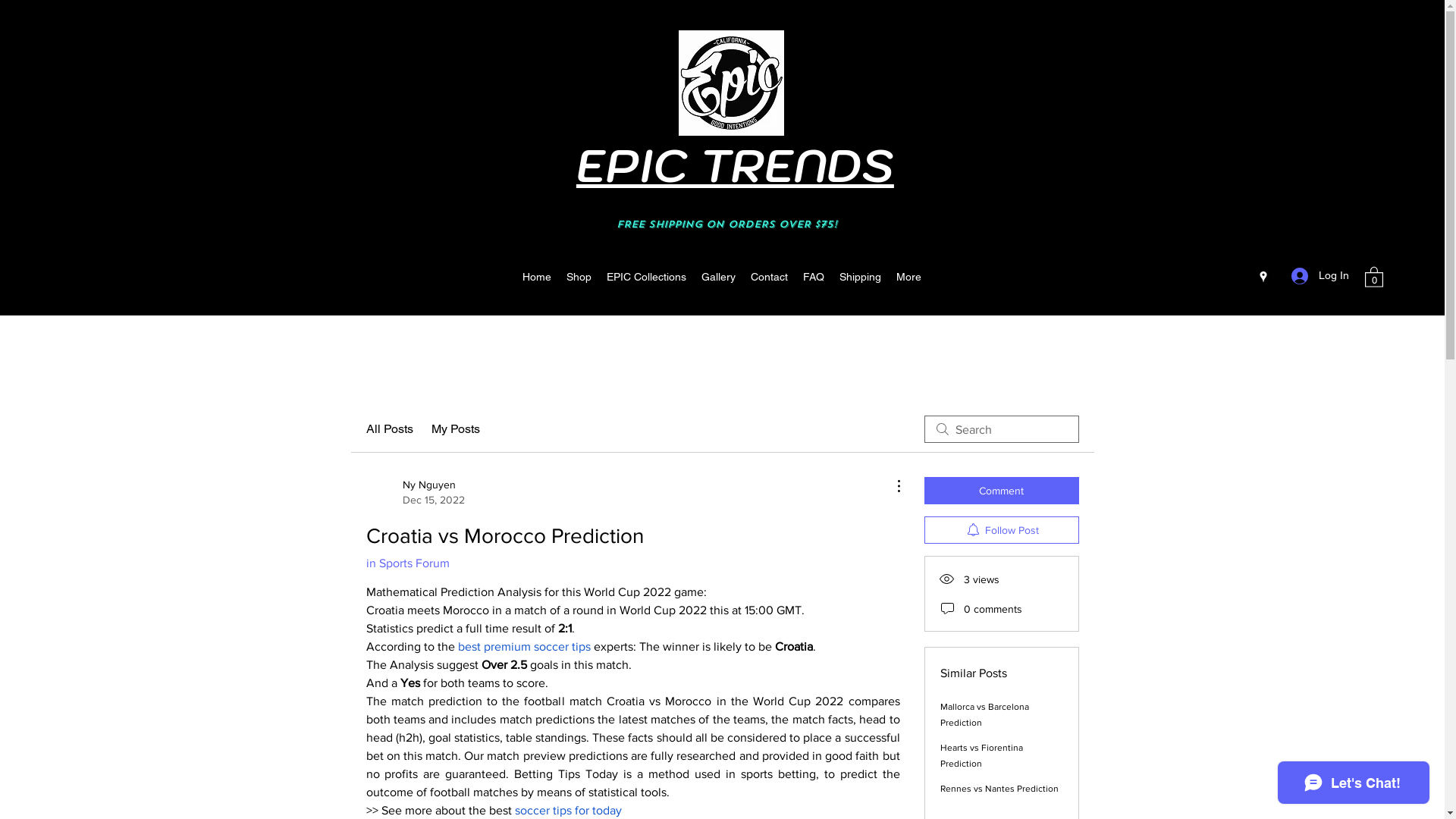 The height and width of the screenshot is (819, 1456). What do you see at coordinates (389, 429) in the screenshot?
I see `'All Posts'` at bounding box center [389, 429].